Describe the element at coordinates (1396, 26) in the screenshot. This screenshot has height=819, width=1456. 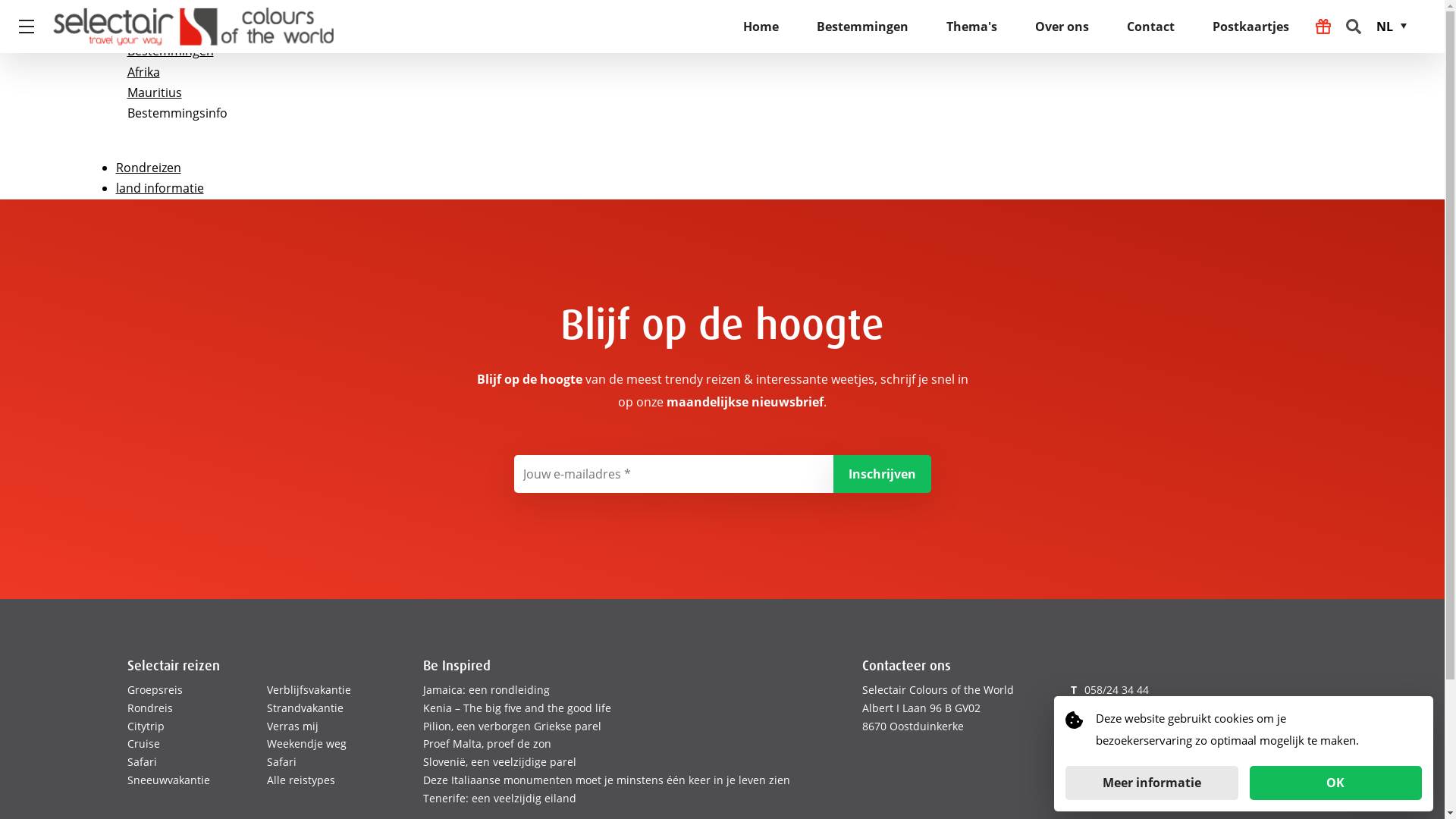
I see `'NL'` at that location.